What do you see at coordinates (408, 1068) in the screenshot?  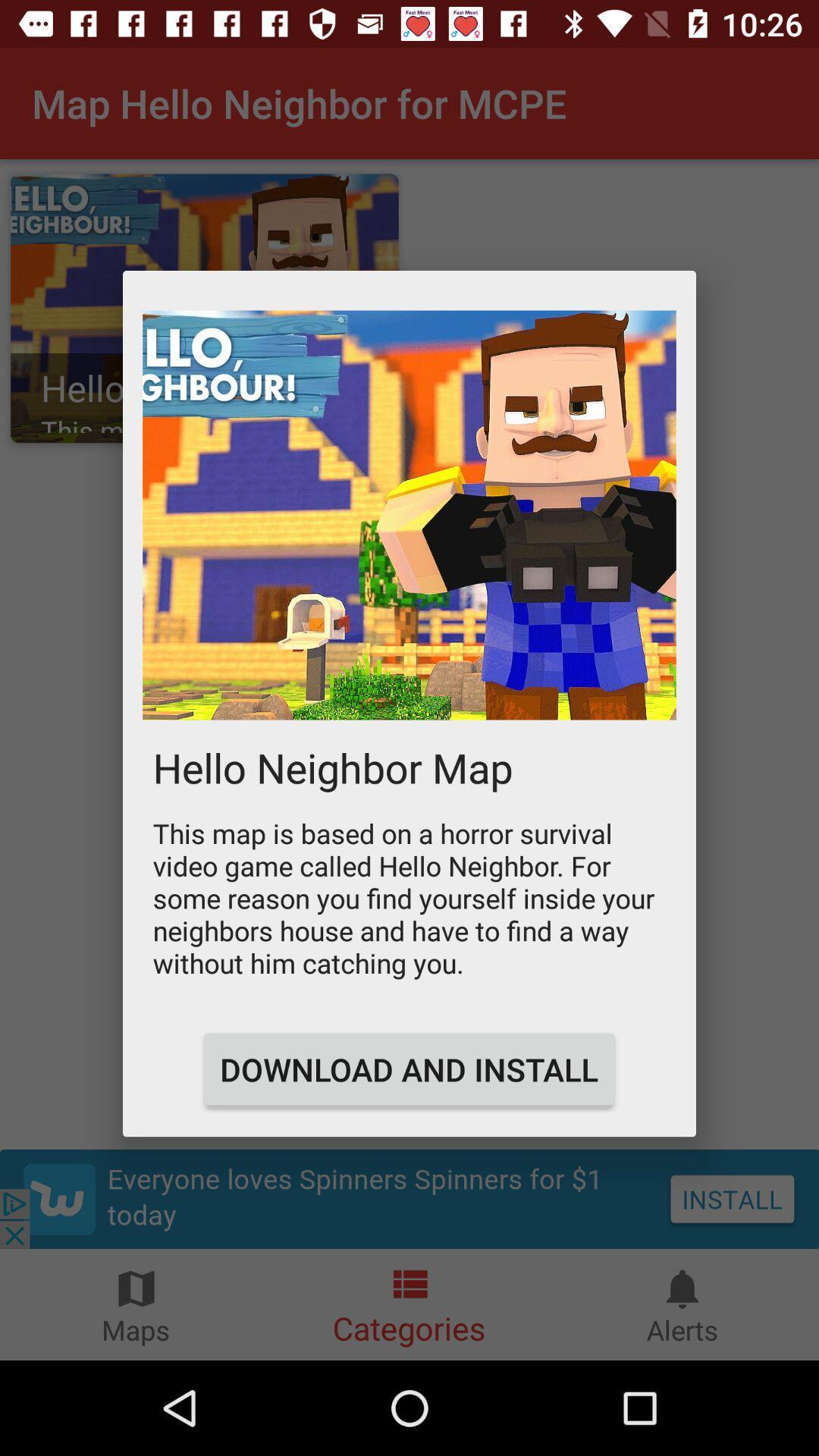 I see `download and install icon` at bounding box center [408, 1068].